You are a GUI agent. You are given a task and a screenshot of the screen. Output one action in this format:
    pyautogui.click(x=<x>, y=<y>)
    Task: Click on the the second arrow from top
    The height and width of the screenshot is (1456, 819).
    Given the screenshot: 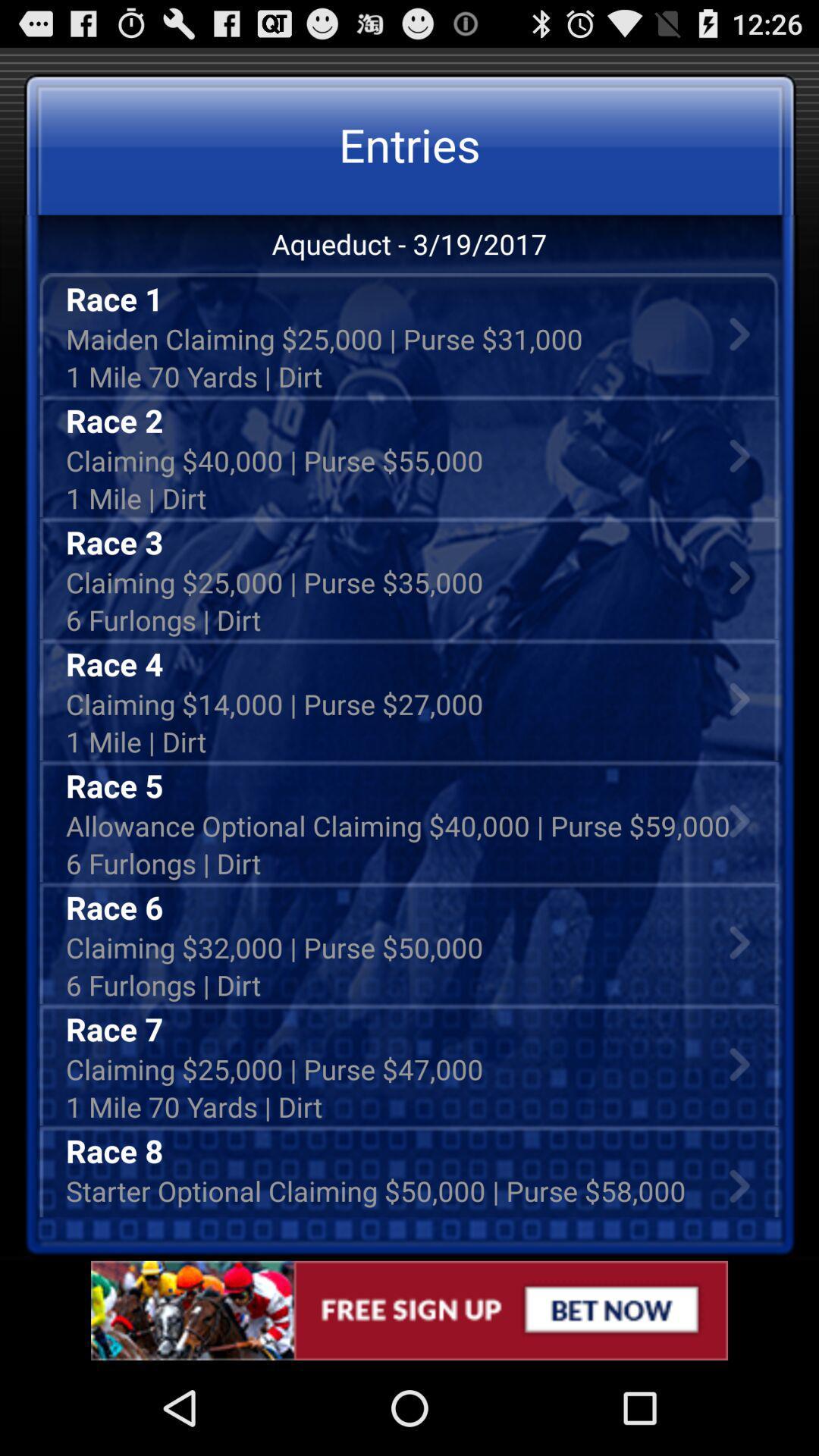 What is the action you would take?
    pyautogui.click(x=739, y=454)
    